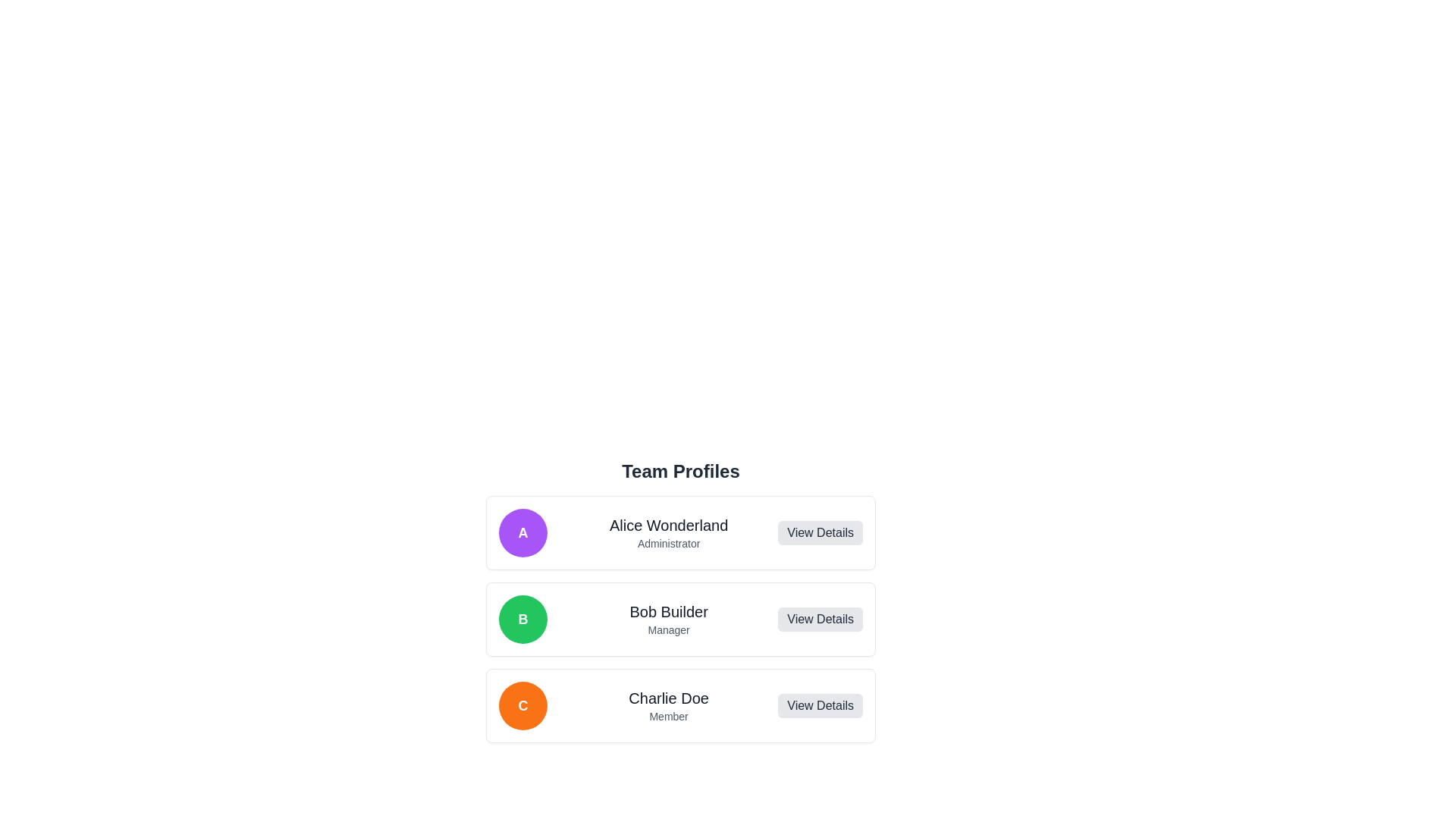 The image size is (1456, 819). What do you see at coordinates (668, 543) in the screenshot?
I see `text label 'Administrator' which is styled in a small font size and located directly below 'Alice Wonderland' in the first entry of a vertically stacked list` at bounding box center [668, 543].